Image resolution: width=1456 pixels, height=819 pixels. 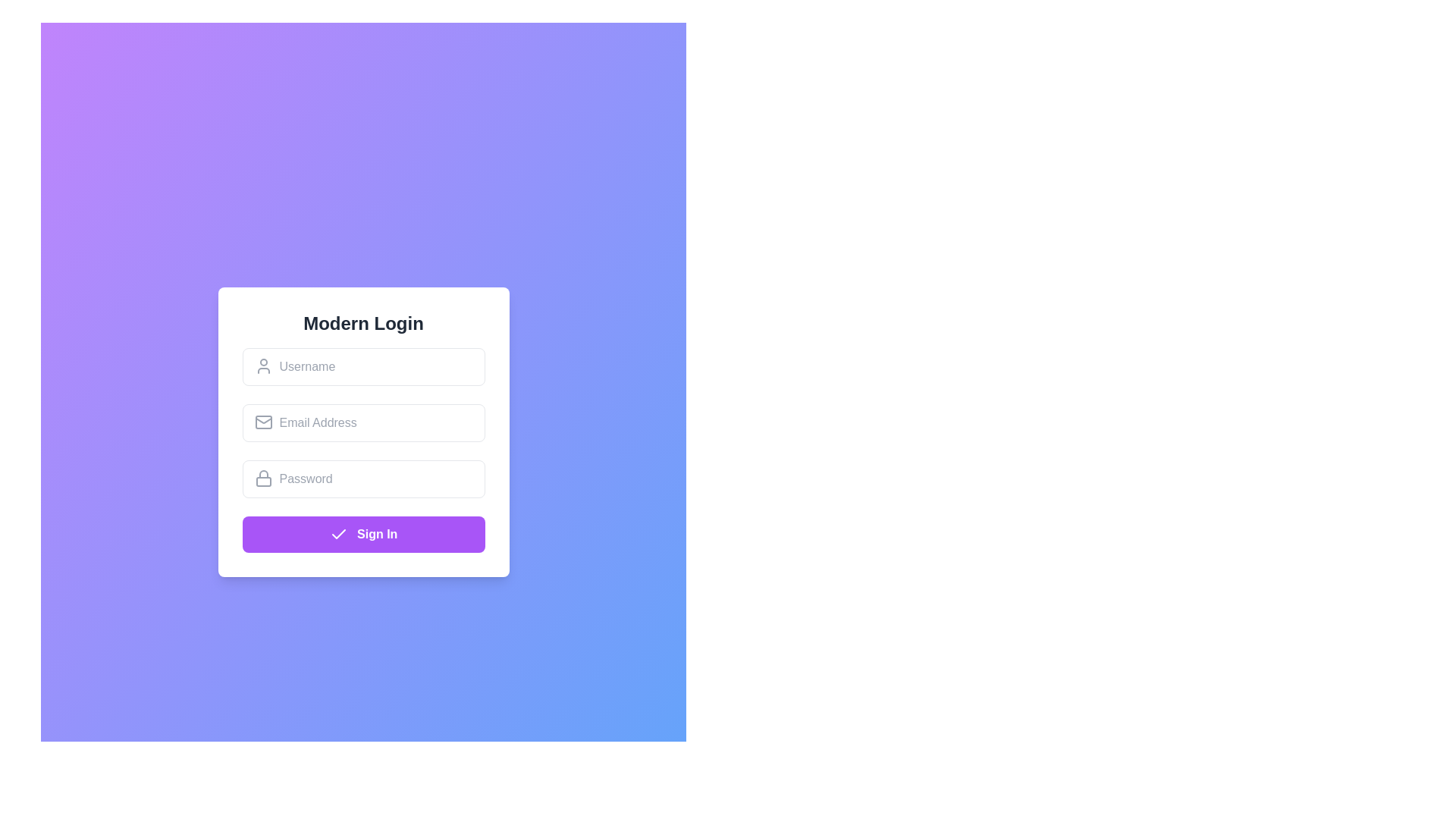 What do you see at coordinates (263, 422) in the screenshot?
I see `the stylized envelope icon representing an email, located inside the email input field at the upper-left corner` at bounding box center [263, 422].